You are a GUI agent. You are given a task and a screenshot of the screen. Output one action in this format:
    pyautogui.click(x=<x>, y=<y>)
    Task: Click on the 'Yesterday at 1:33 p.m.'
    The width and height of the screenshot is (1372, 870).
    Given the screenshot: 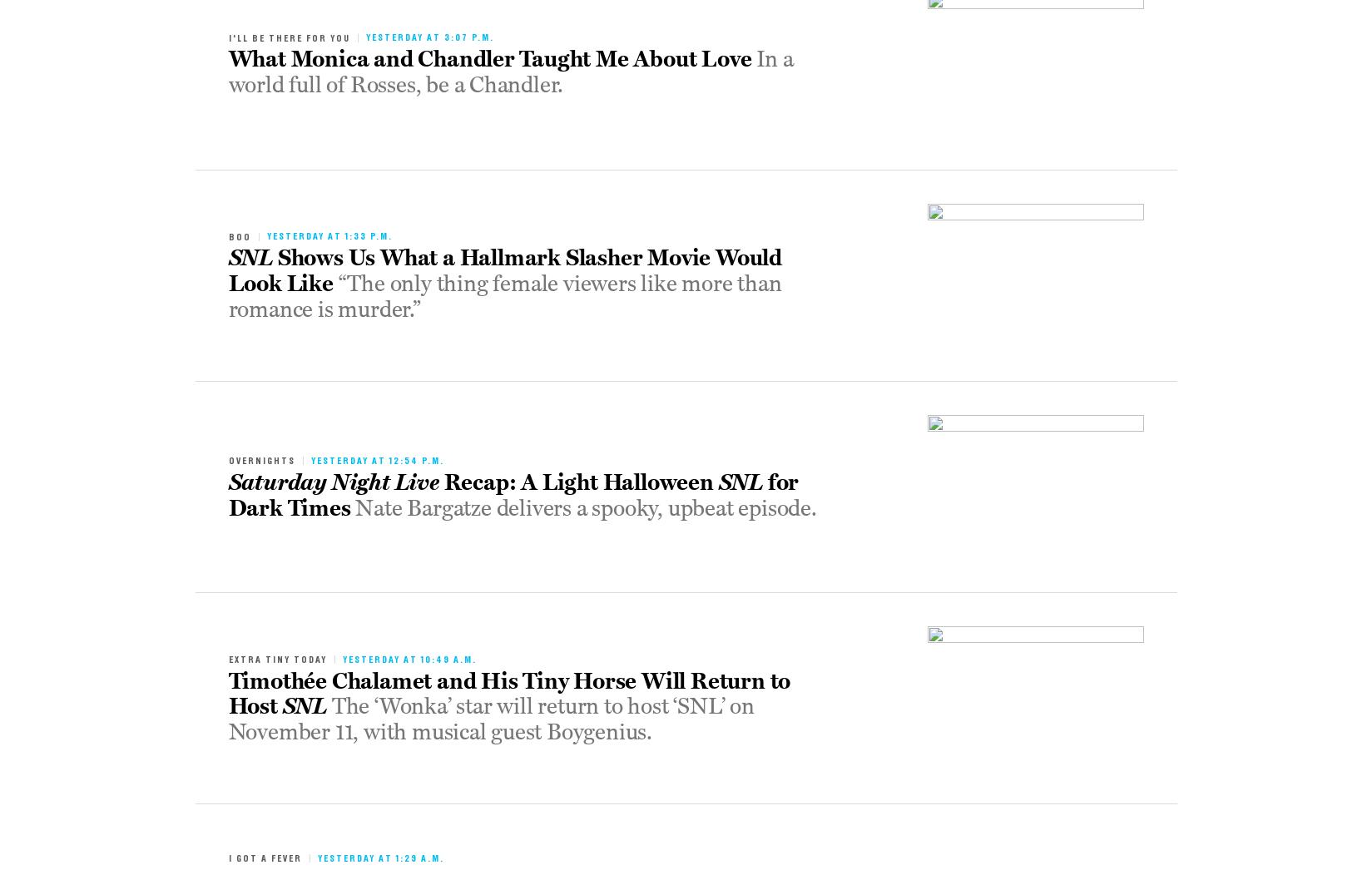 What is the action you would take?
    pyautogui.click(x=328, y=235)
    